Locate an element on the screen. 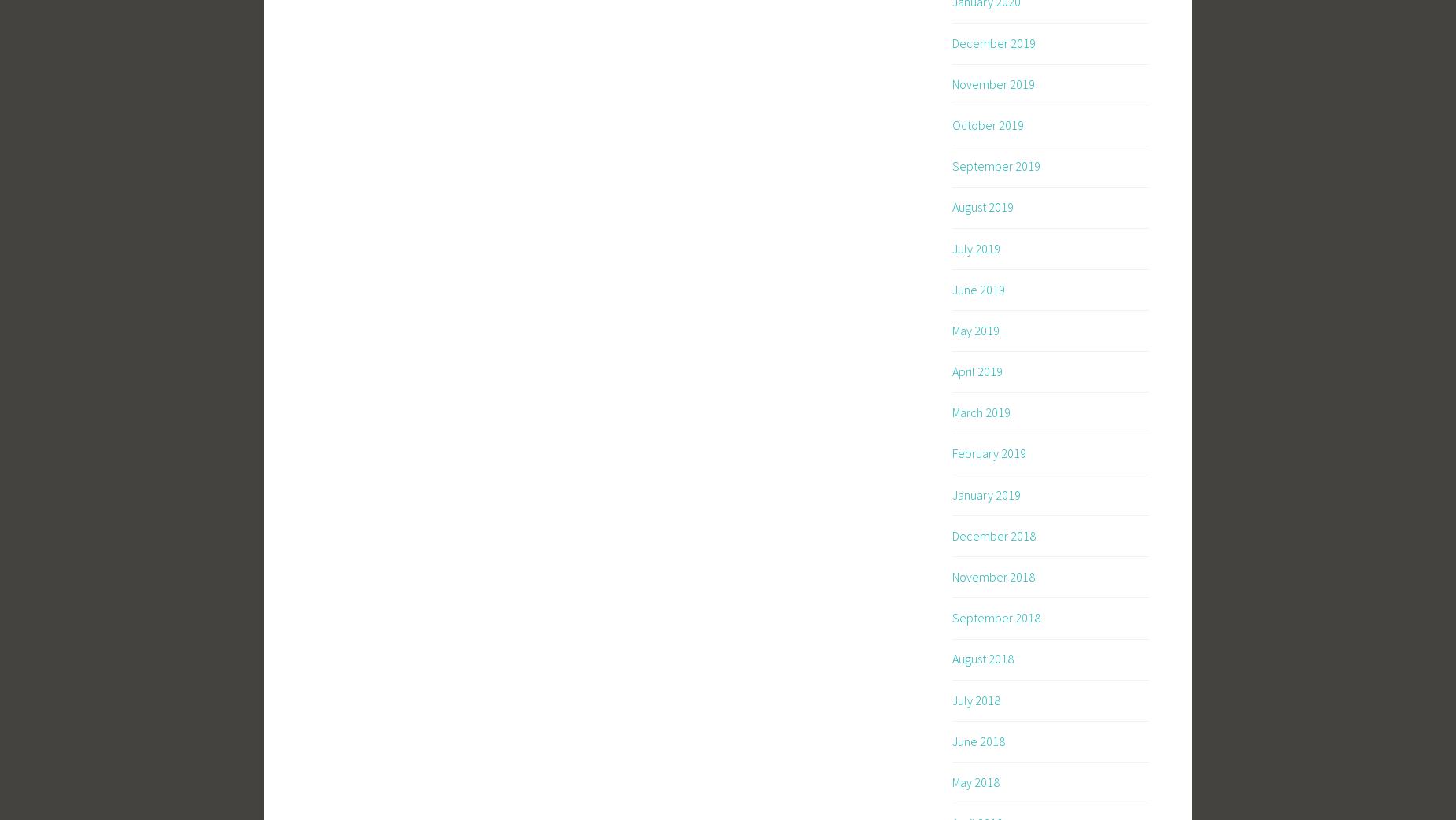 The image size is (1456, 820). 'May 2019' is located at coordinates (975, 328).